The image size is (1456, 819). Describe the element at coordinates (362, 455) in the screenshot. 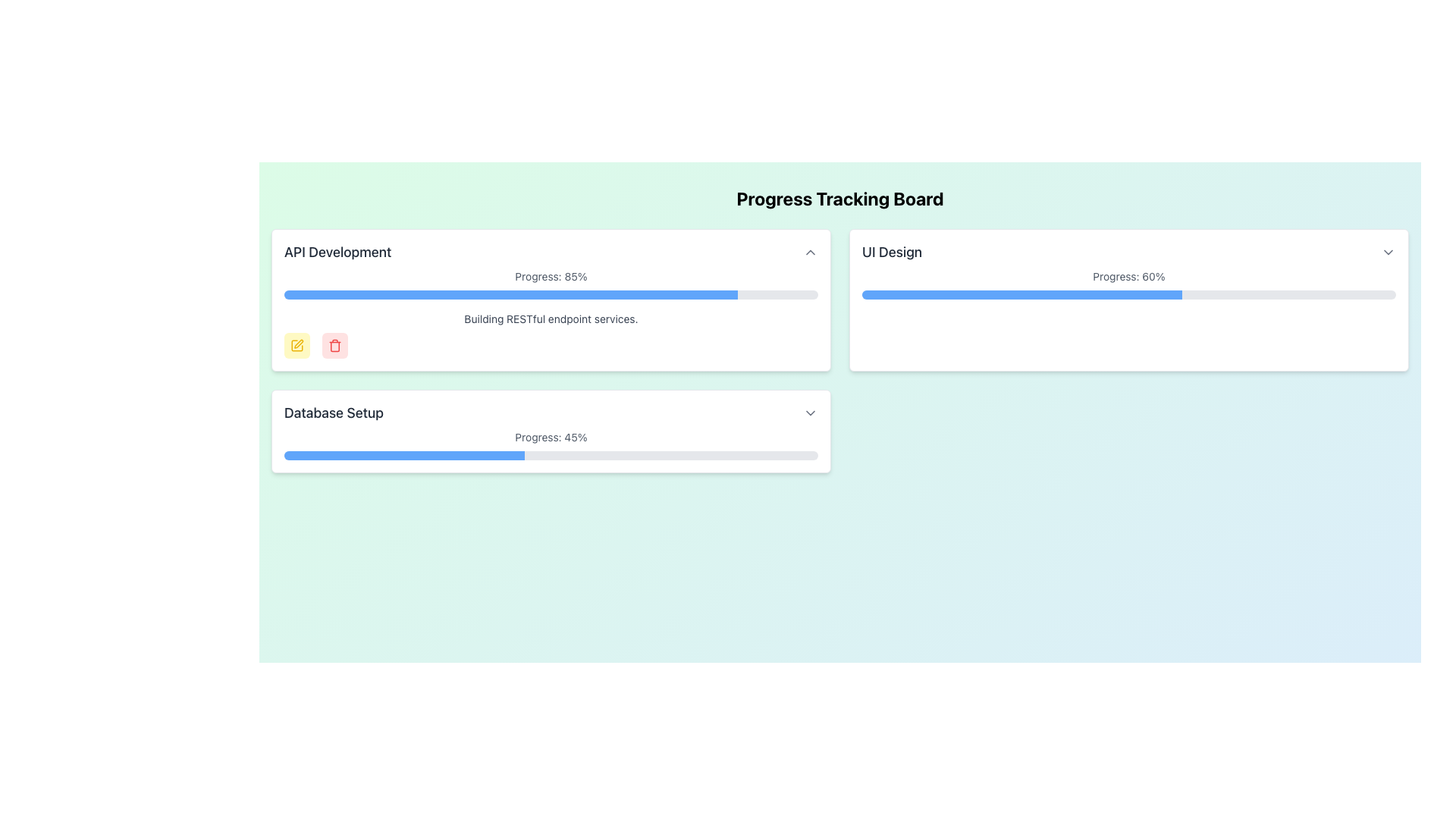

I see `the progress bar` at that location.